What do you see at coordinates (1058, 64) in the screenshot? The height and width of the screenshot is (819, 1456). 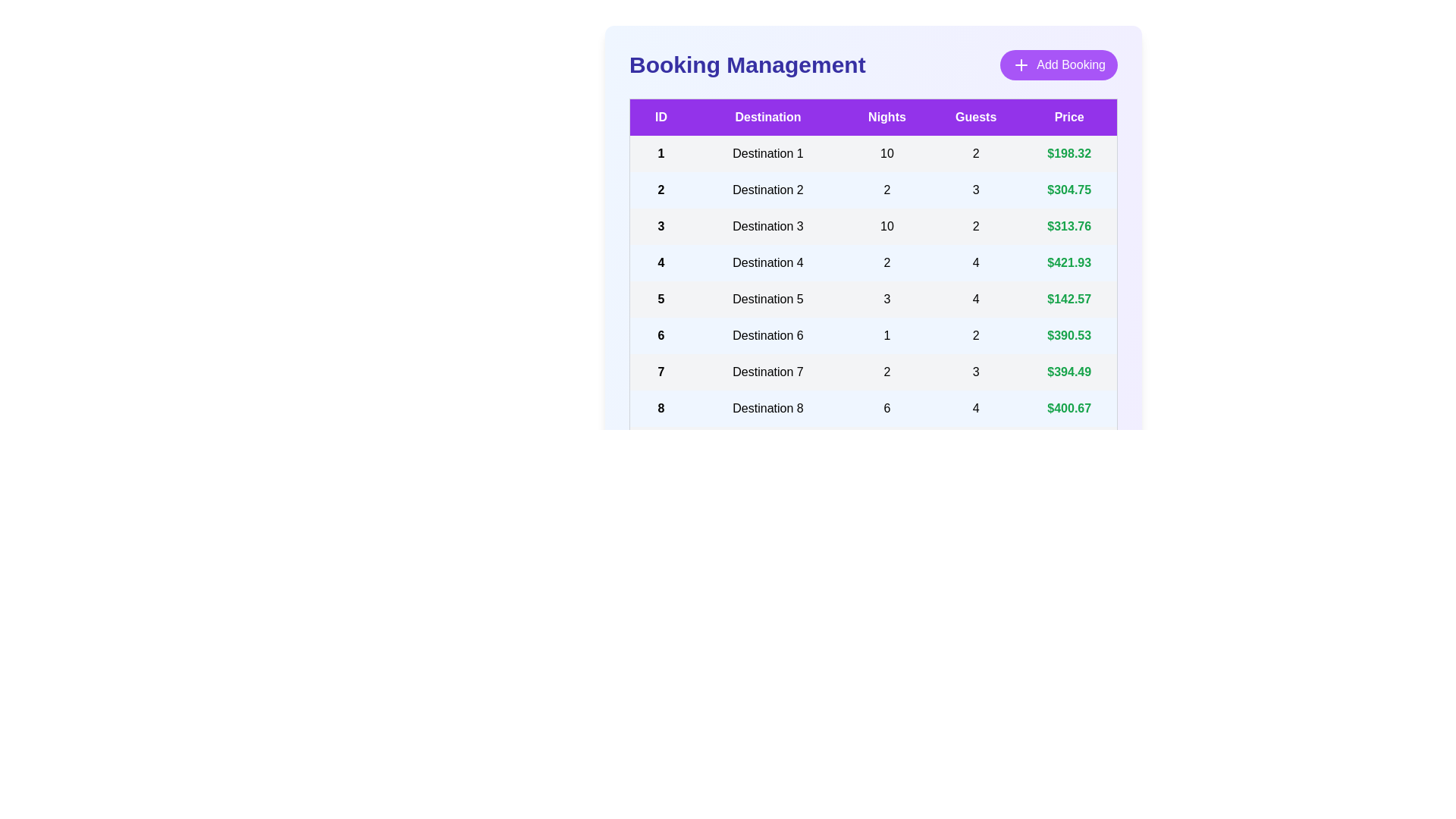 I see `'Add Booking' button to add a new booking entry` at bounding box center [1058, 64].